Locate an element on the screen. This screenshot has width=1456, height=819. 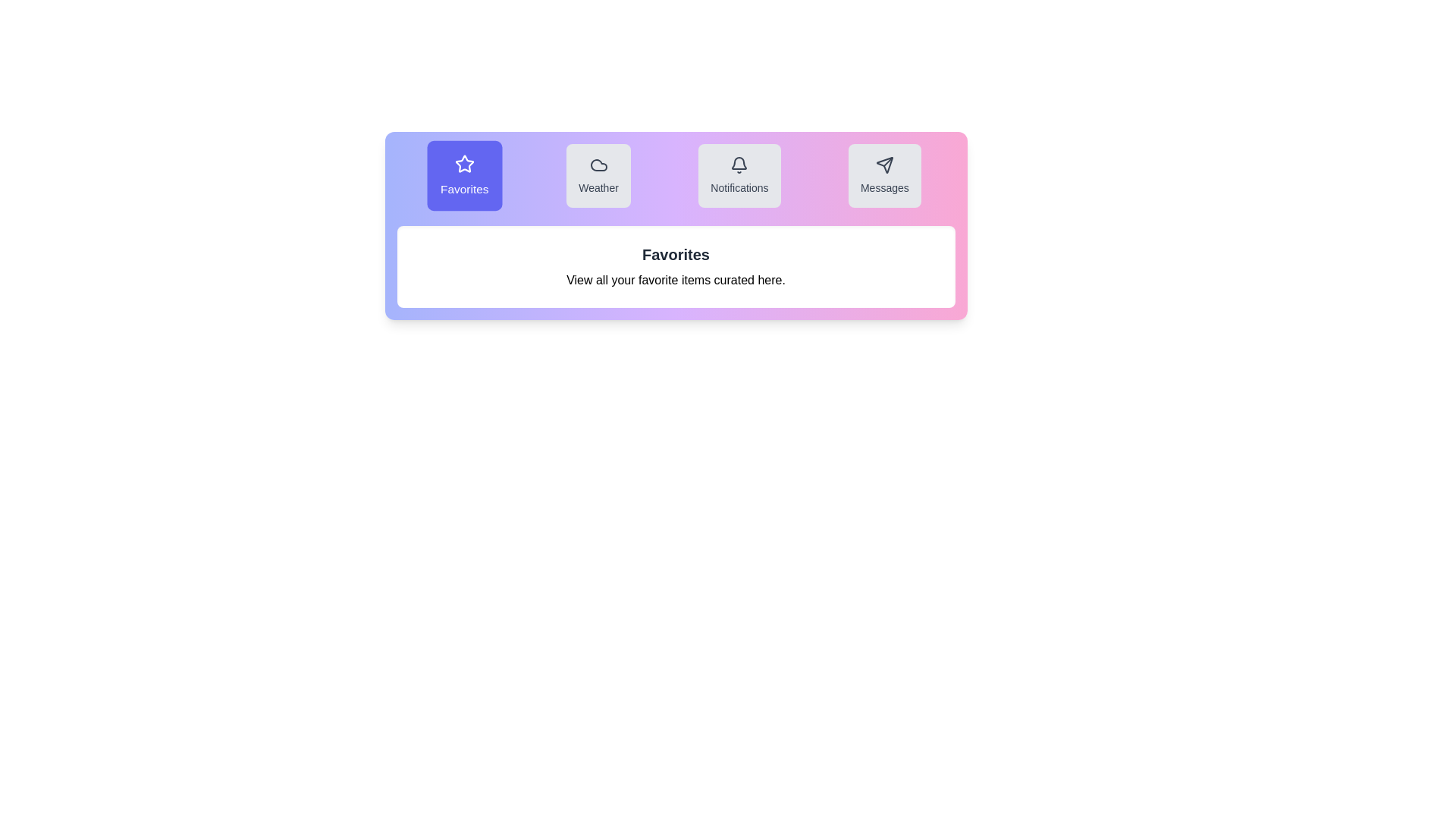
the tab labeled Favorites to observe its visual effect is located at coordinates (464, 174).